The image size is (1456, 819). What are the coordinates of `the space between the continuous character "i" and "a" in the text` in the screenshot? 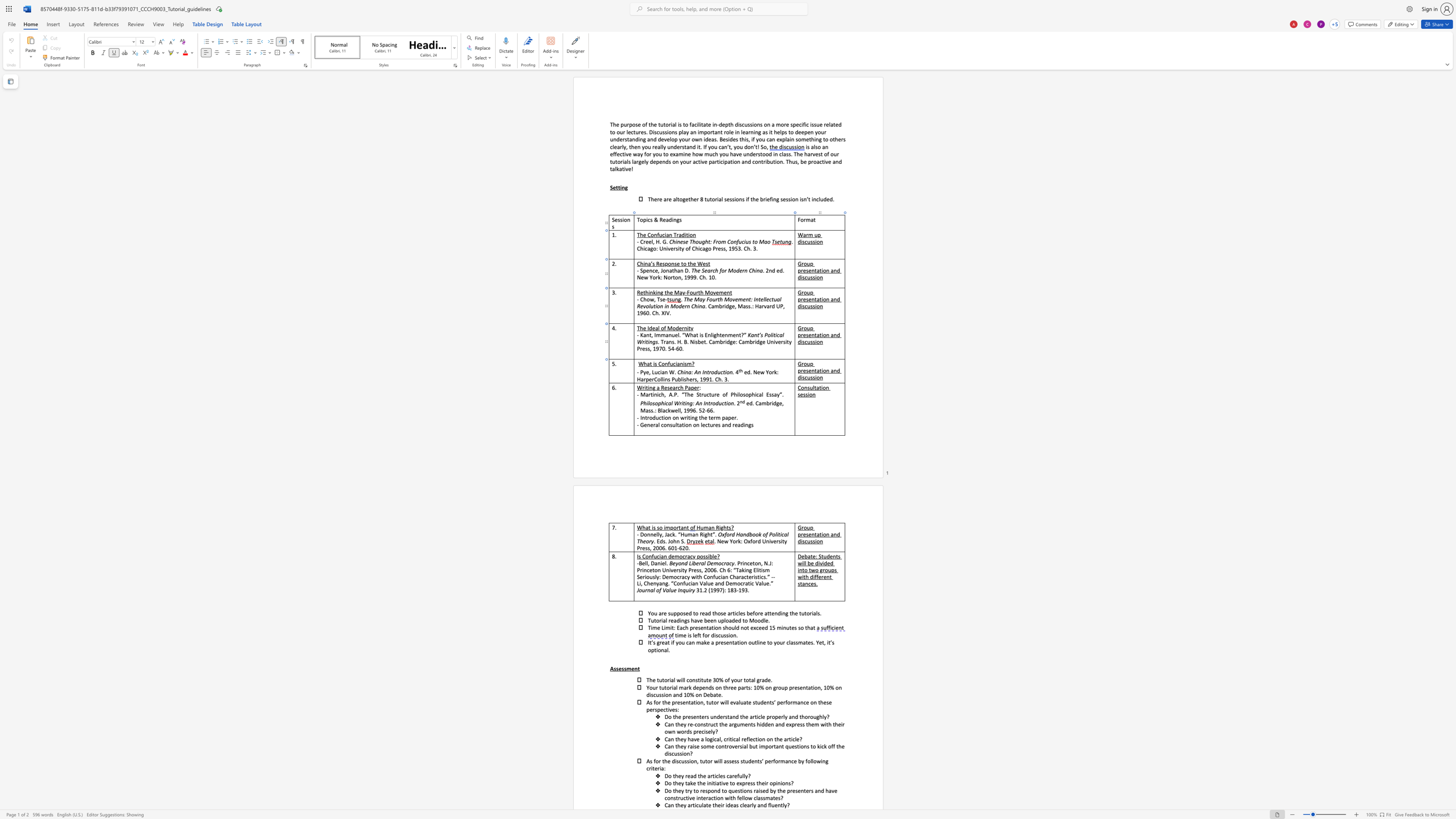 It's located at (677, 363).